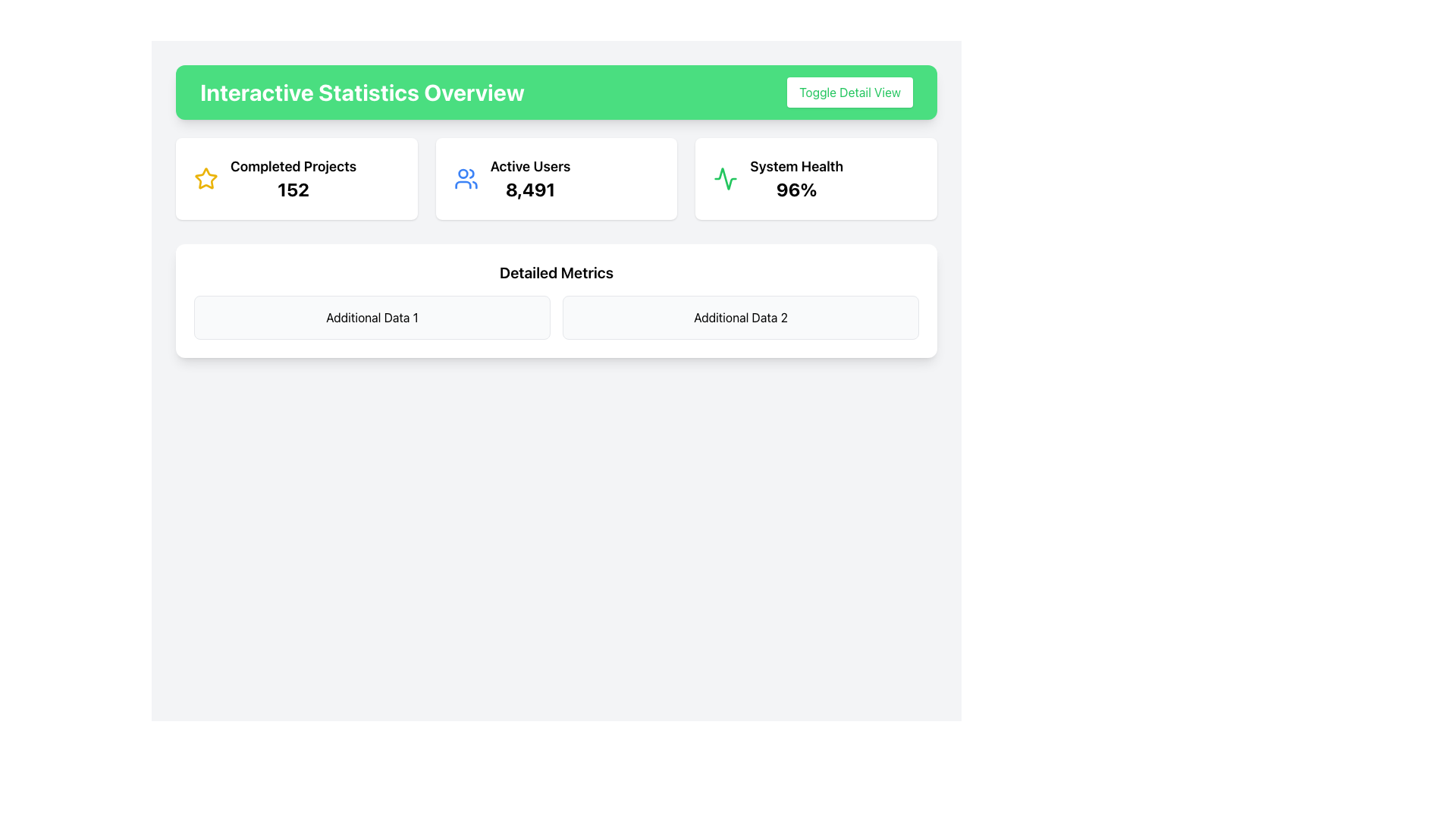 This screenshot has width=1456, height=819. I want to click on the 'Active Users' icon located at the top-left corner of the 'Active Users' card, so click(465, 177).